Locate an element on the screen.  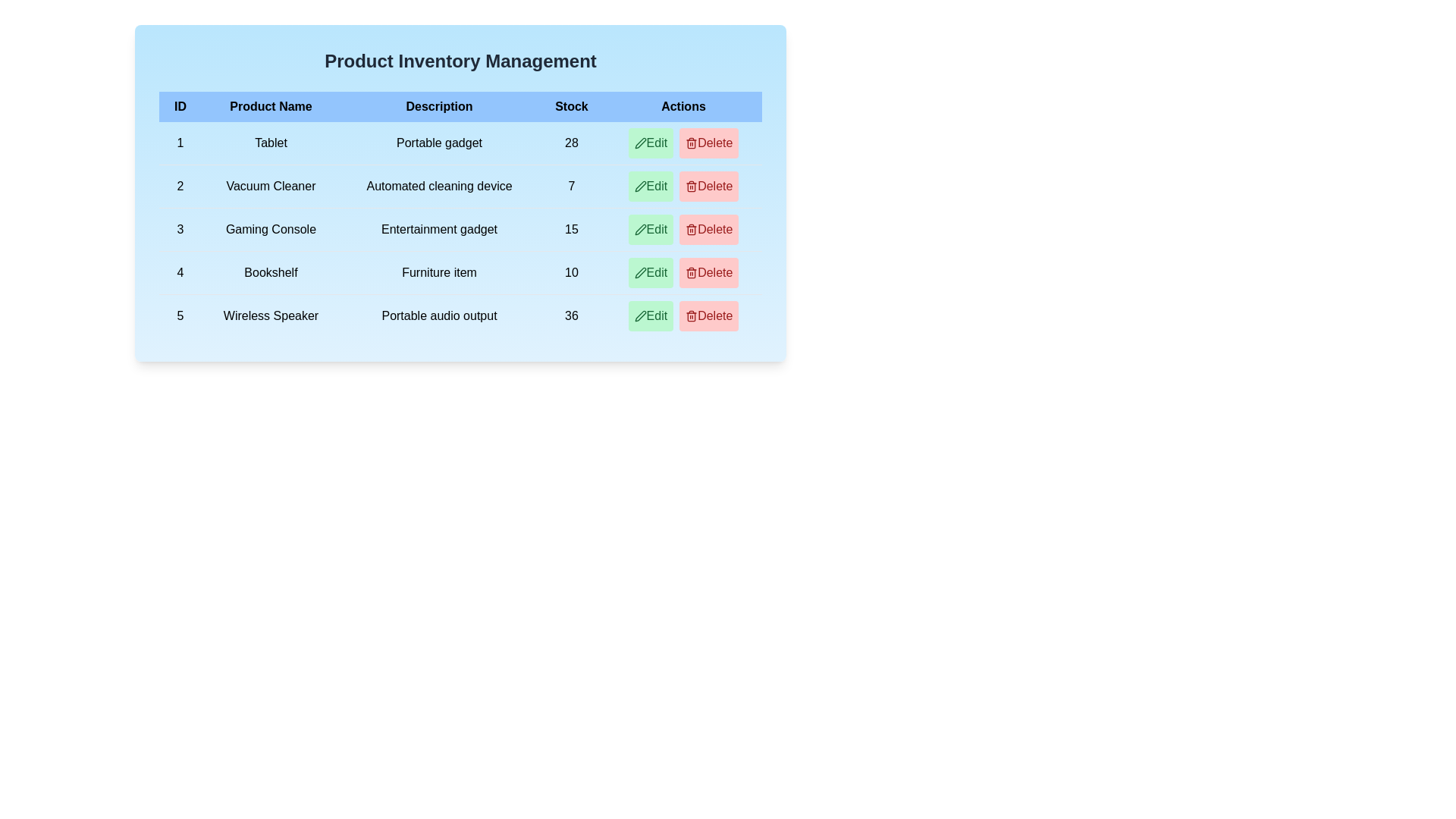
text snippet '3' located in the third row under the 'ID' column of the table, which is displayed in a light blue background is located at coordinates (180, 230).